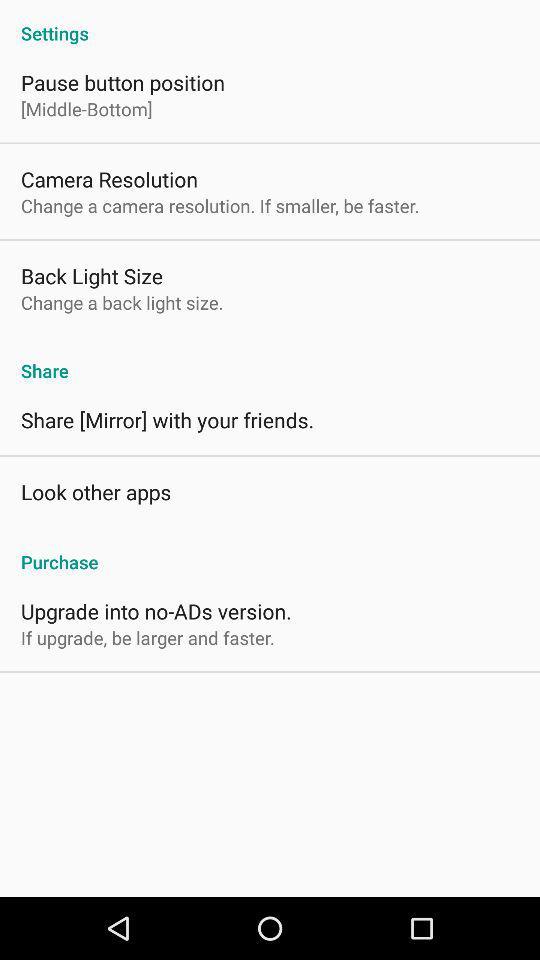  What do you see at coordinates (123, 82) in the screenshot?
I see `pause button position icon` at bounding box center [123, 82].